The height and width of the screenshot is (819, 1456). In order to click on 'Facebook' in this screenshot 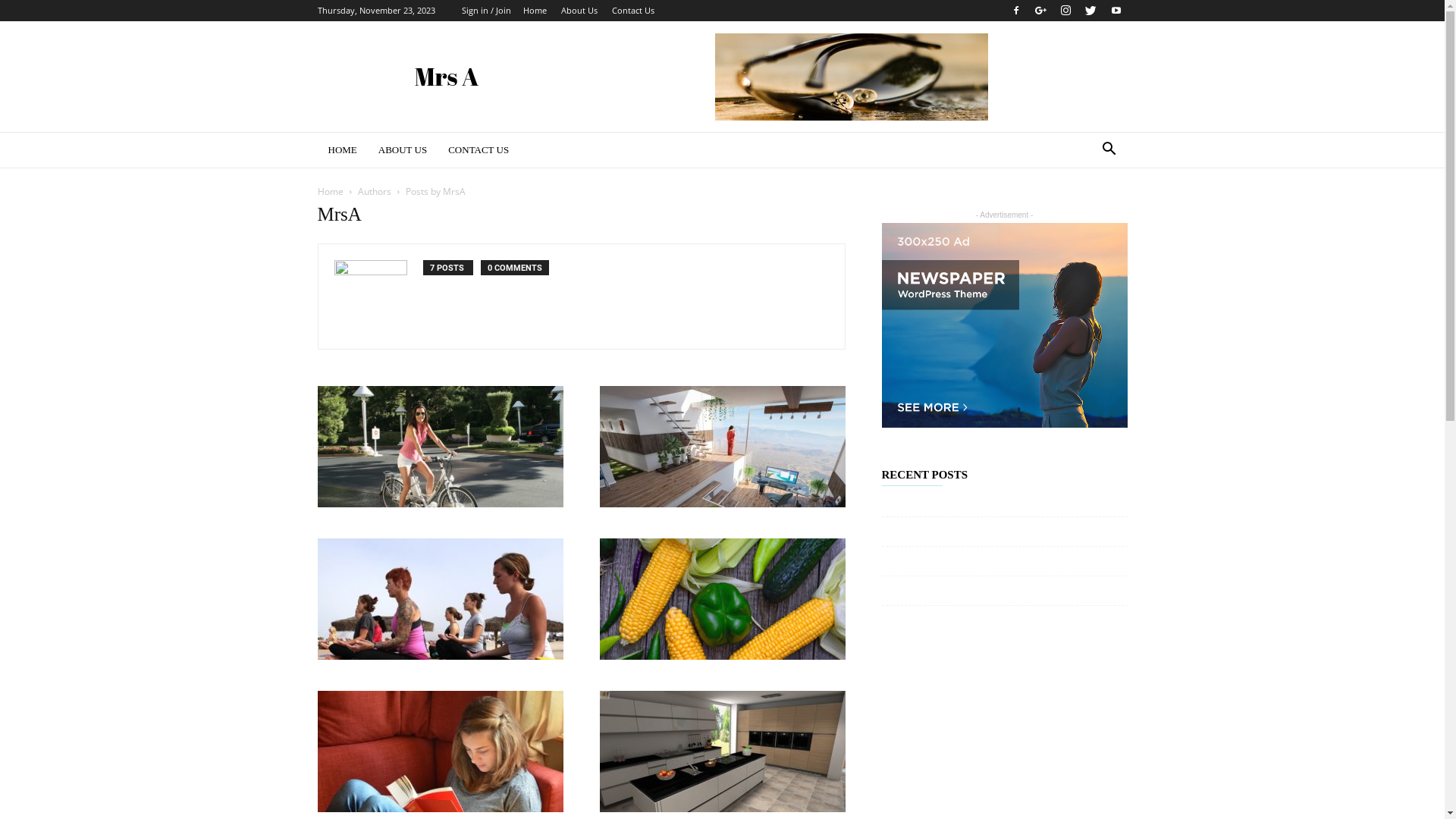, I will do `click(1004, 11)`.